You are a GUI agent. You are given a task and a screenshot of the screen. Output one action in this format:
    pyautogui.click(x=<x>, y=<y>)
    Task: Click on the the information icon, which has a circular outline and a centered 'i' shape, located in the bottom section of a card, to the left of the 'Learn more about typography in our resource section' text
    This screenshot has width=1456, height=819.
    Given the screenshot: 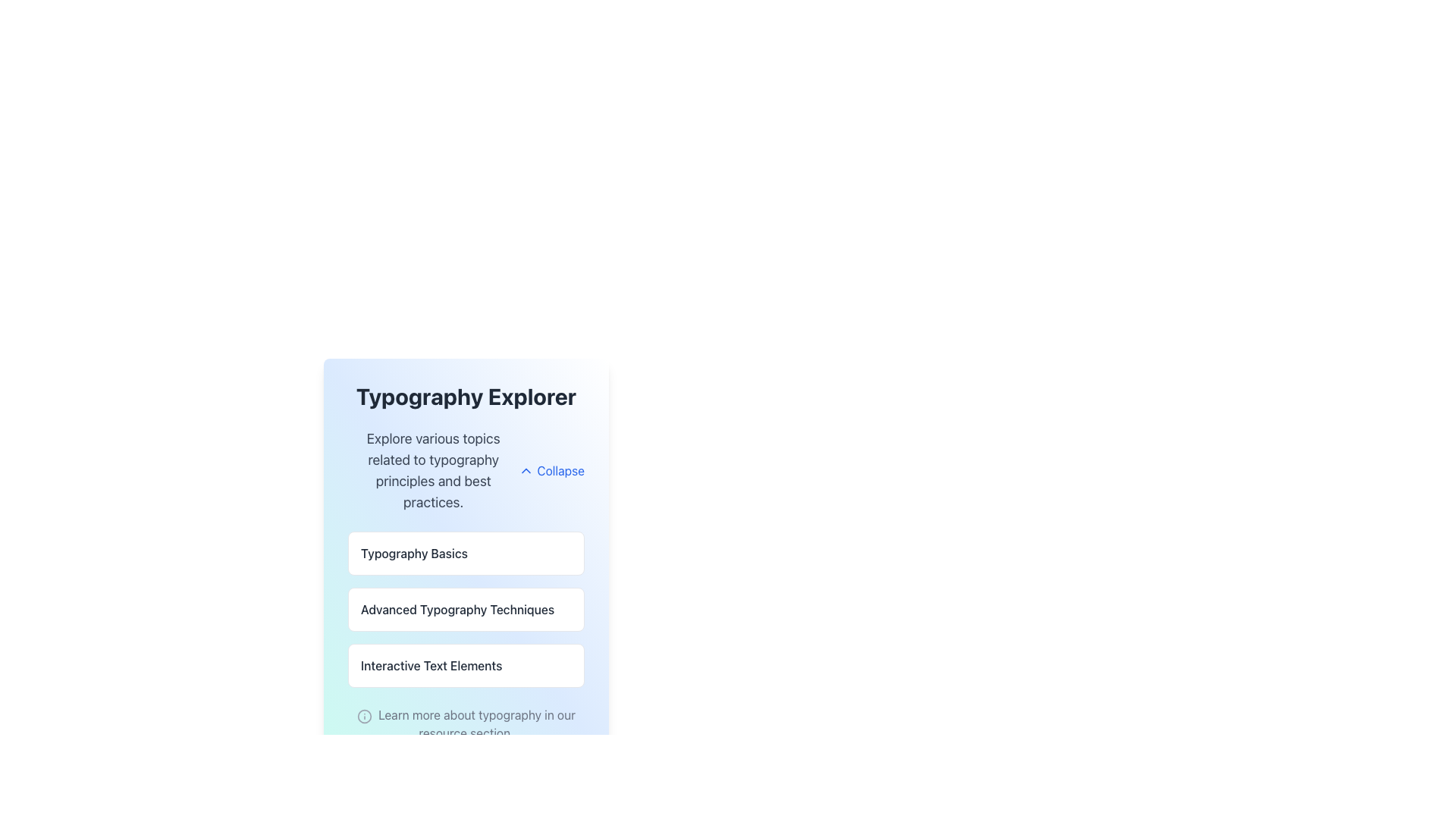 What is the action you would take?
    pyautogui.click(x=365, y=716)
    